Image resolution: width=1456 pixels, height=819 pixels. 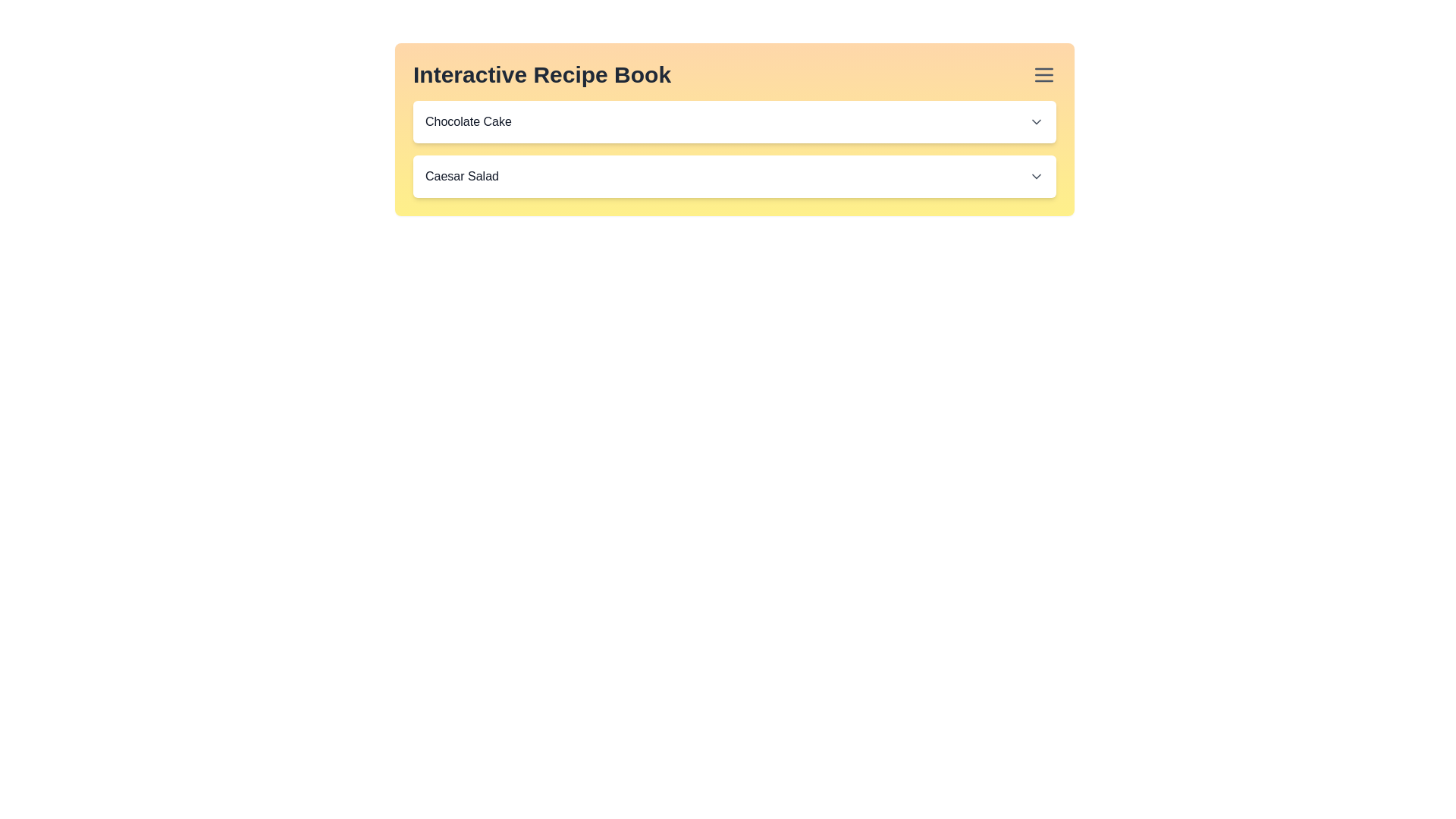 I want to click on the Chevron-Down icon located on the right-hand side of the white rectangular area displaying the text in the Chocolate Cake section, so click(x=1036, y=121).